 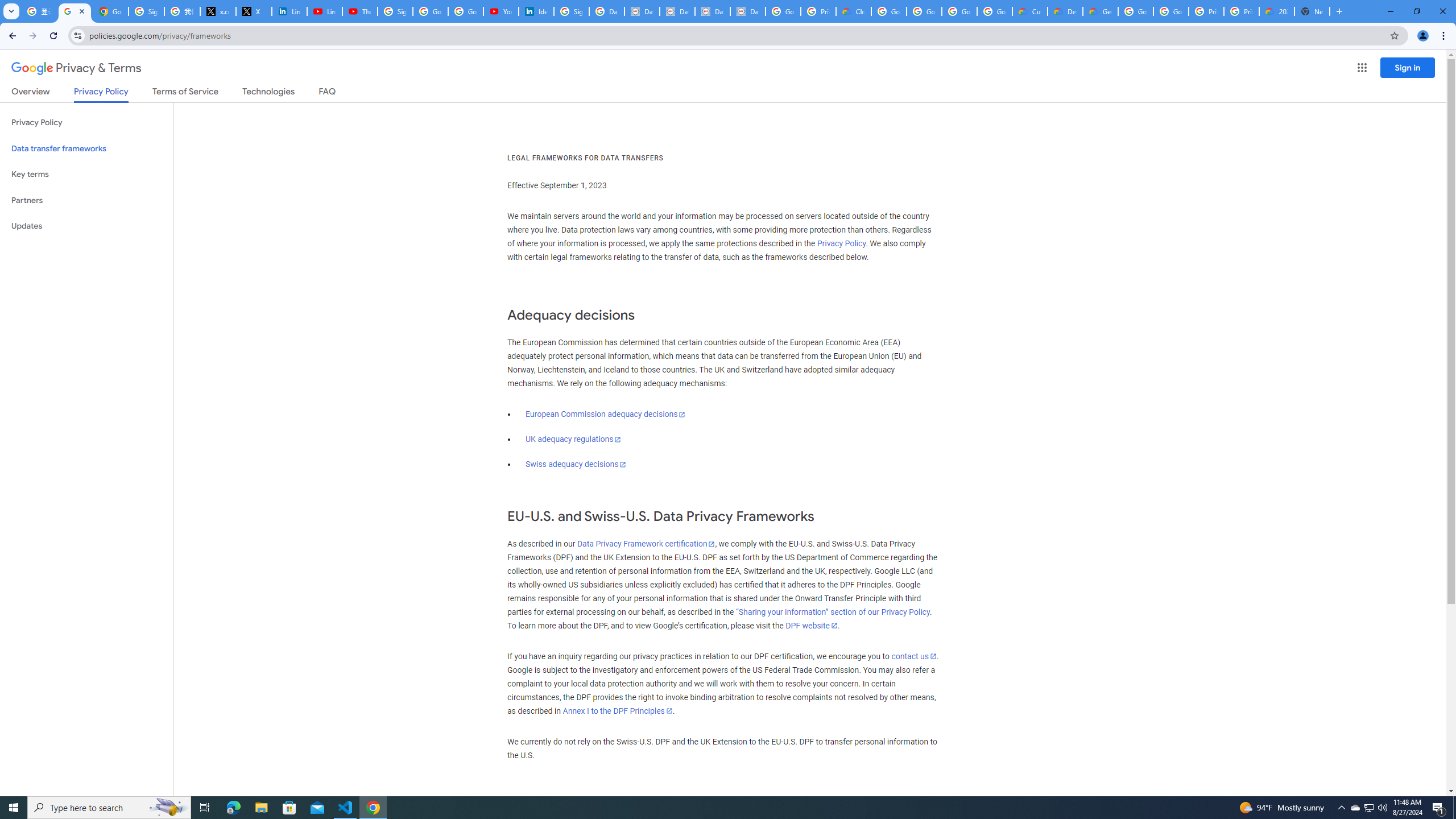 What do you see at coordinates (1312, 11) in the screenshot?
I see `'New Tab'` at bounding box center [1312, 11].